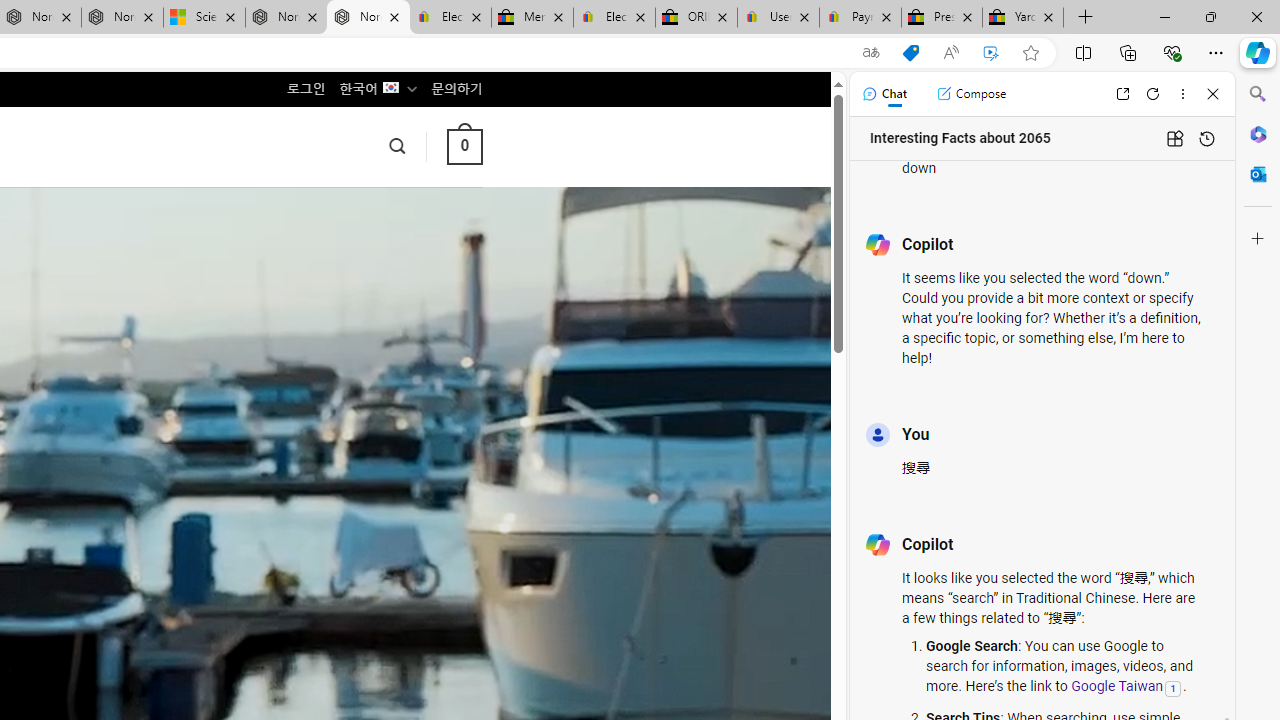 This screenshot has height=720, width=1280. Describe the element at coordinates (991, 52) in the screenshot. I see `'Enhance video'` at that location.